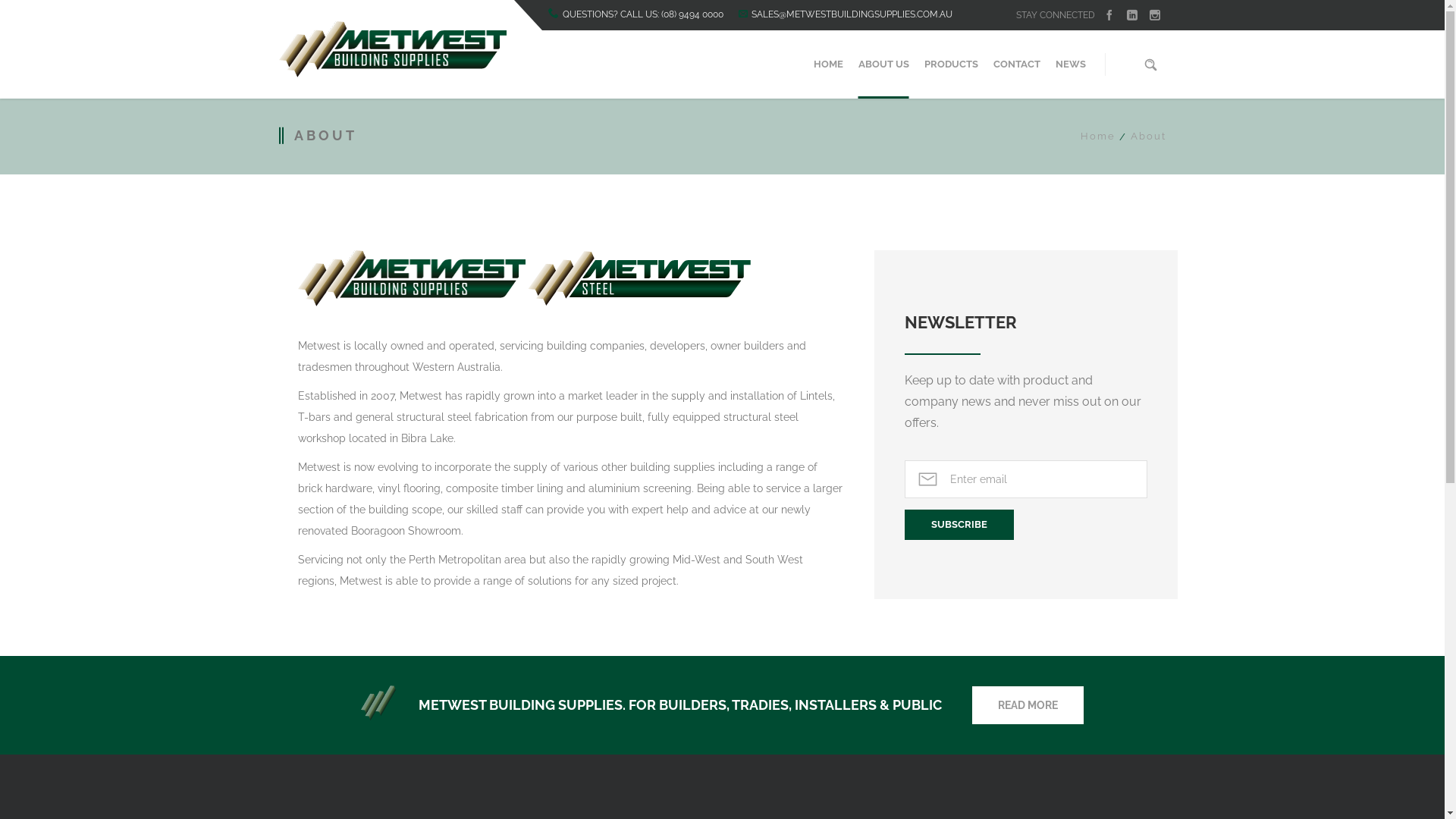 The height and width of the screenshot is (819, 1456). What do you see at coordinates (949, 63) in the screenshot?
I see `'PRODUCTS'` at bounding box center [949, 63].